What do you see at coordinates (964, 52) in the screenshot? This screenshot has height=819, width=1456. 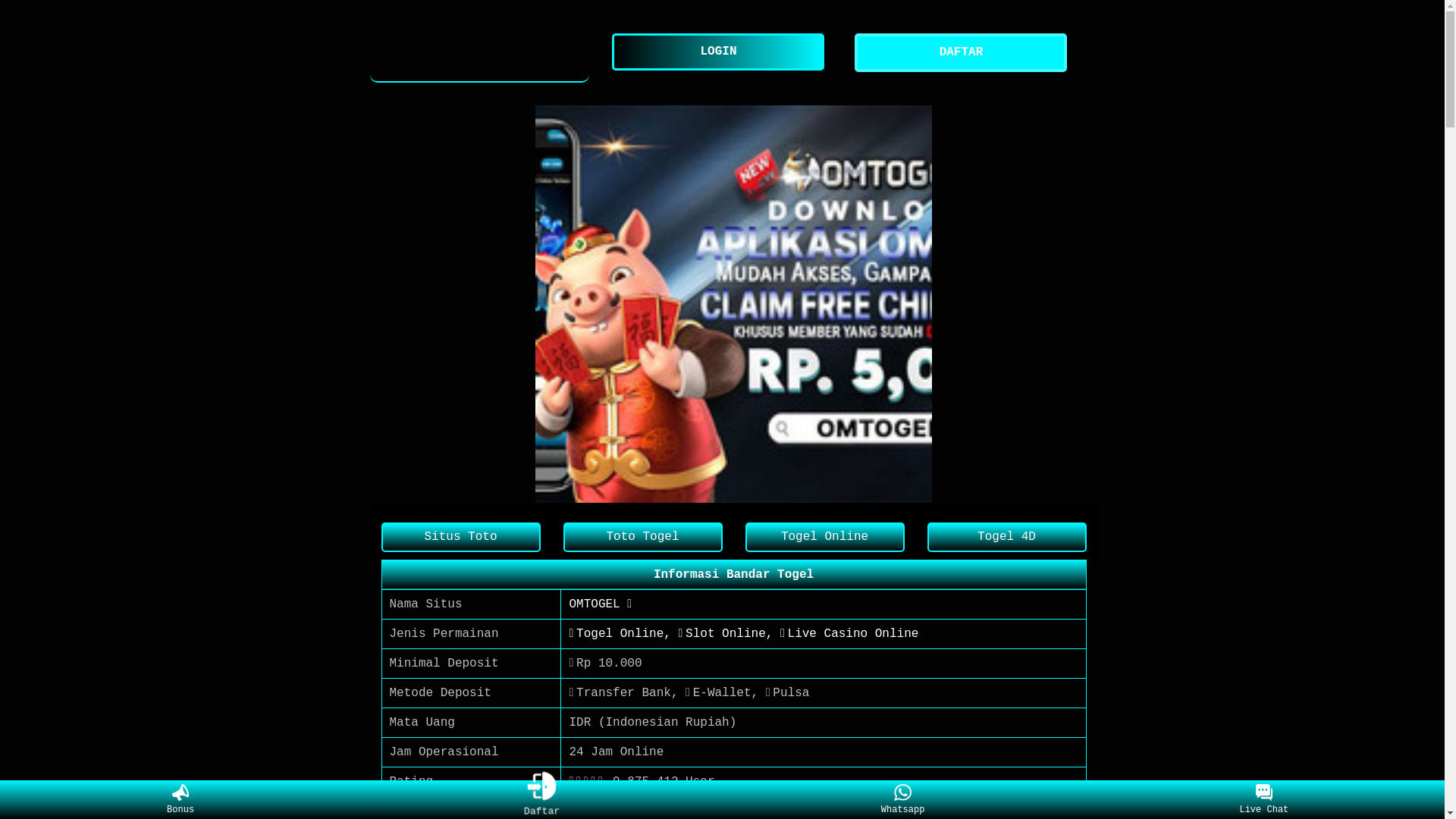 I see `'DAFTAR'` at bounding box center [964, 52].